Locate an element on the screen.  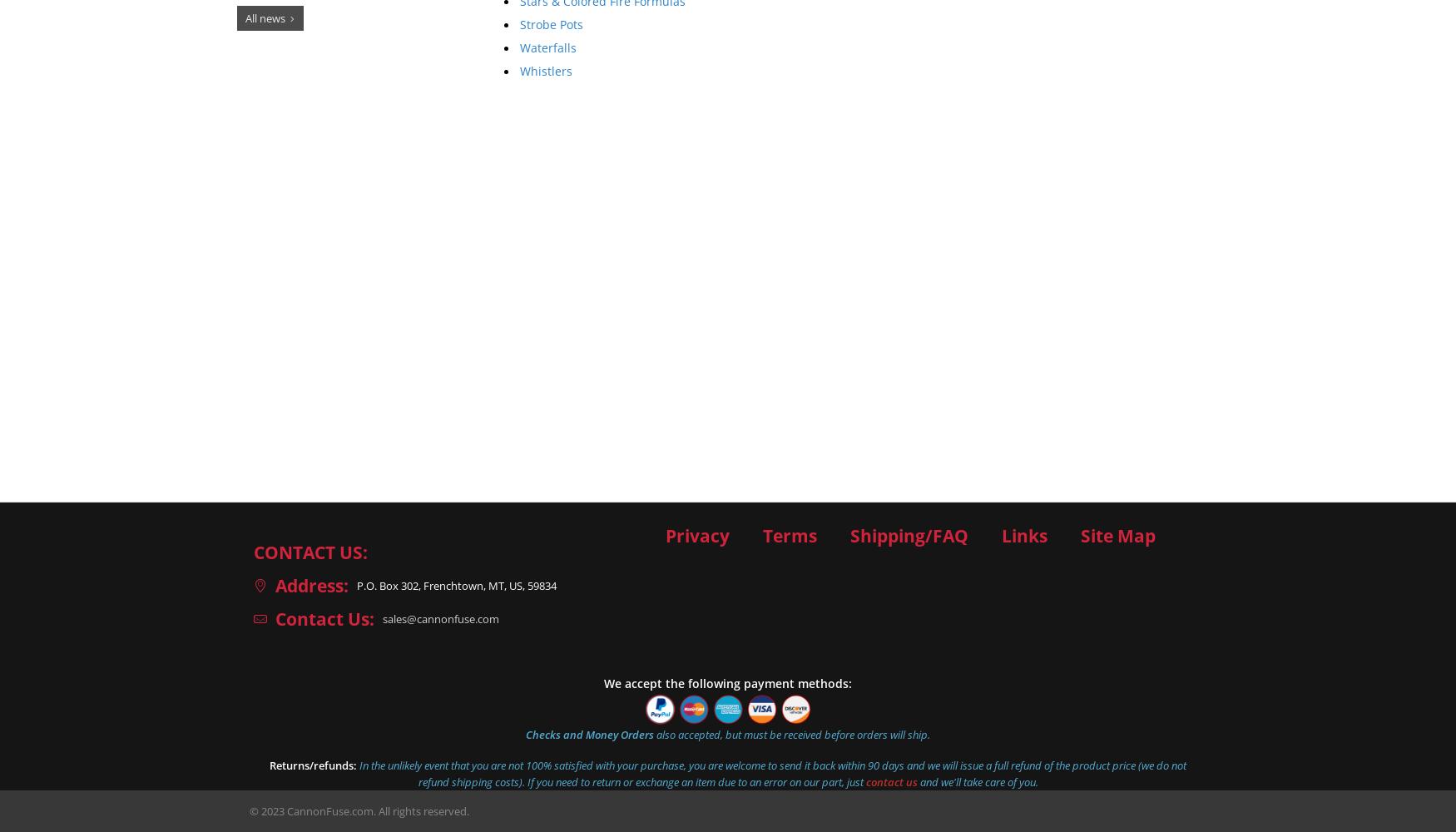
'Returns/refunds:' is located at coordinates (312, 765).